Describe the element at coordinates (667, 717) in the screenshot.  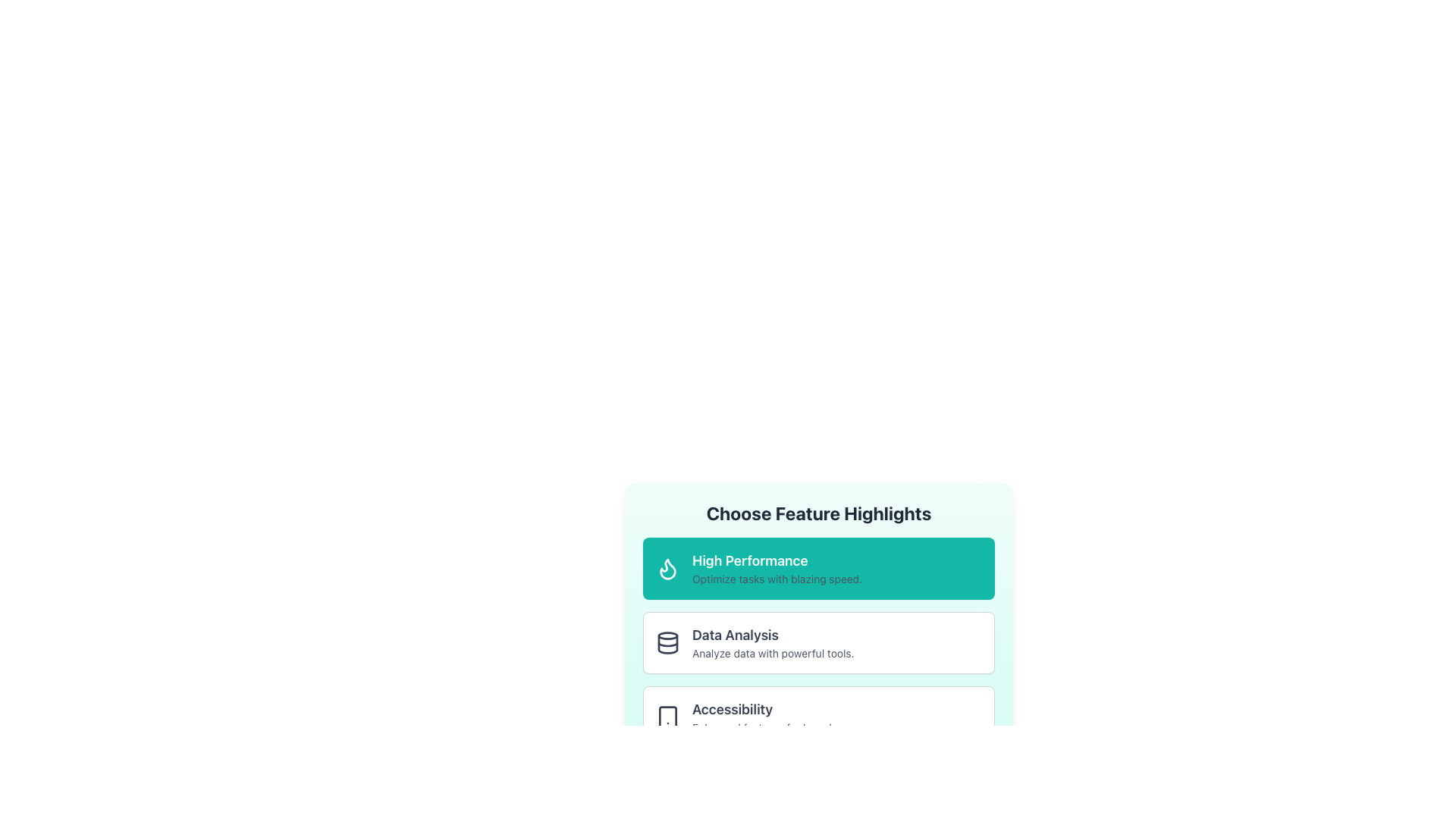
I see `the tablet icon located in the bottom-left area of the 'Accessibility' section, which visually represents tablet-related functionality` at that location.